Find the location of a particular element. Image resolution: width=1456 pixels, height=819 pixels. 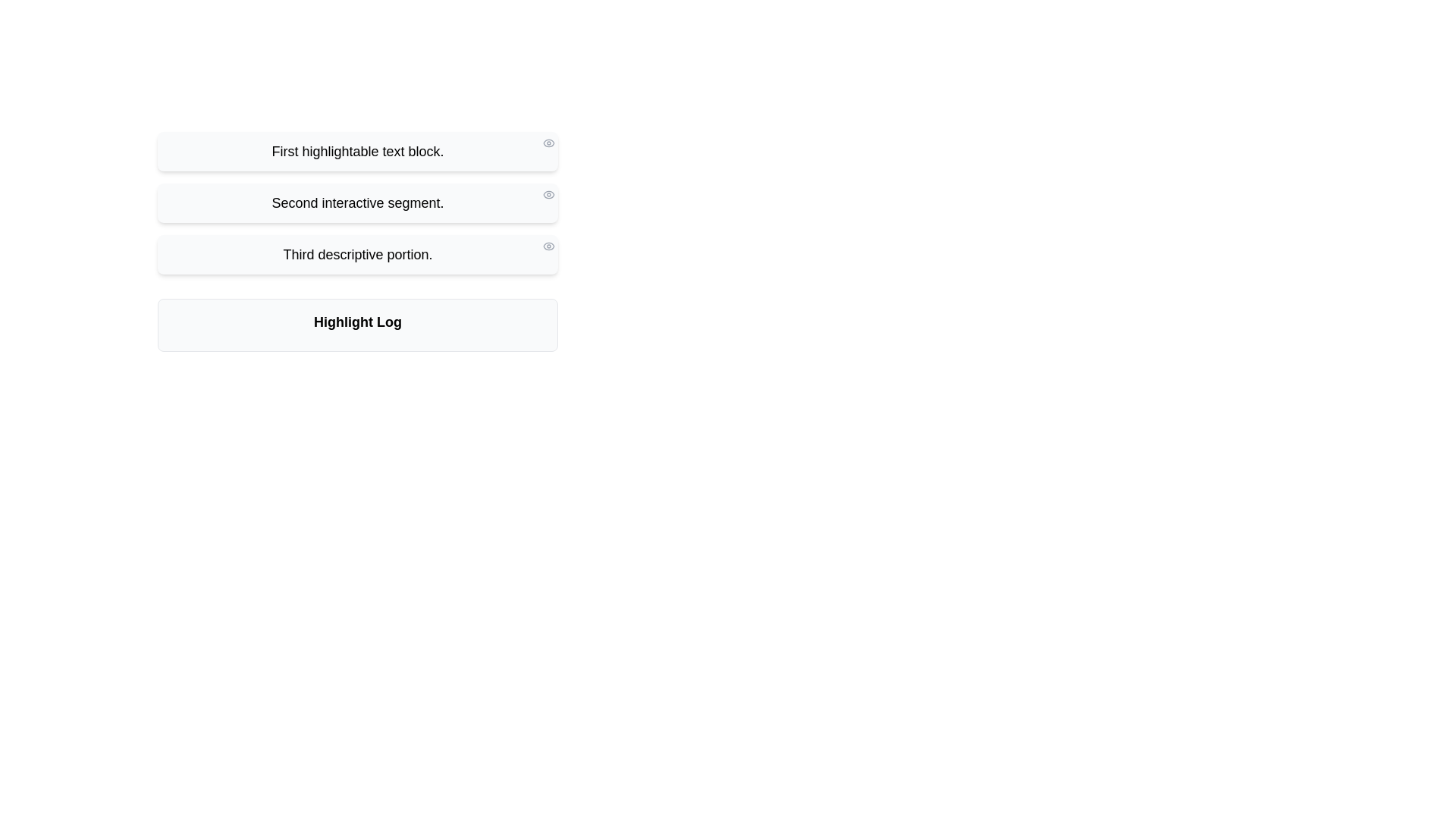

the third static text block that visually represents a descriptive section of information, located between the 'Second interactive segment' and 'Highlight Log.' is located at coordinates (356, 253).